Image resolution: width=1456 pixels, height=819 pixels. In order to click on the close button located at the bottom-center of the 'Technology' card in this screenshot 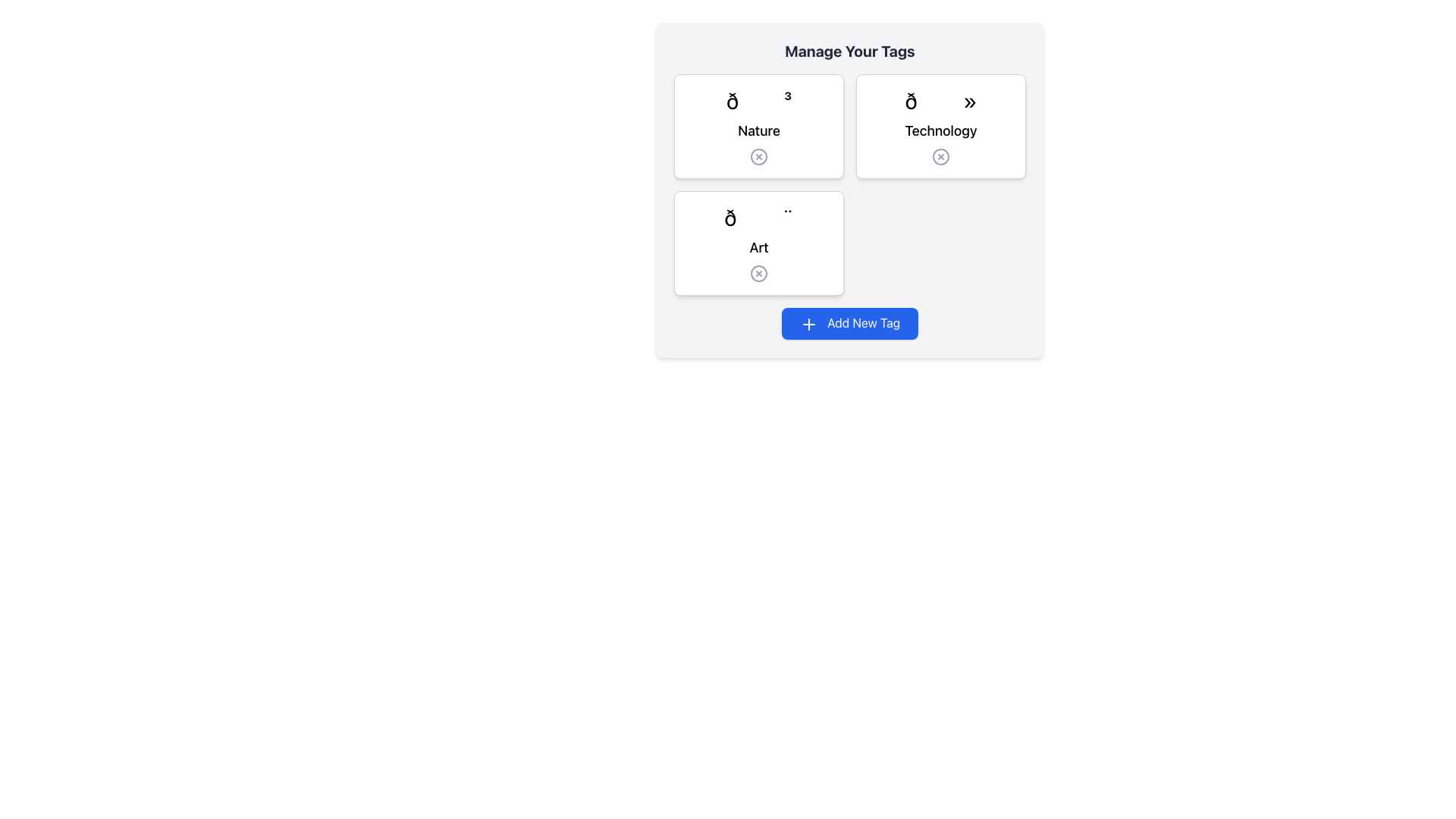, I will do `click(940, 157)`.